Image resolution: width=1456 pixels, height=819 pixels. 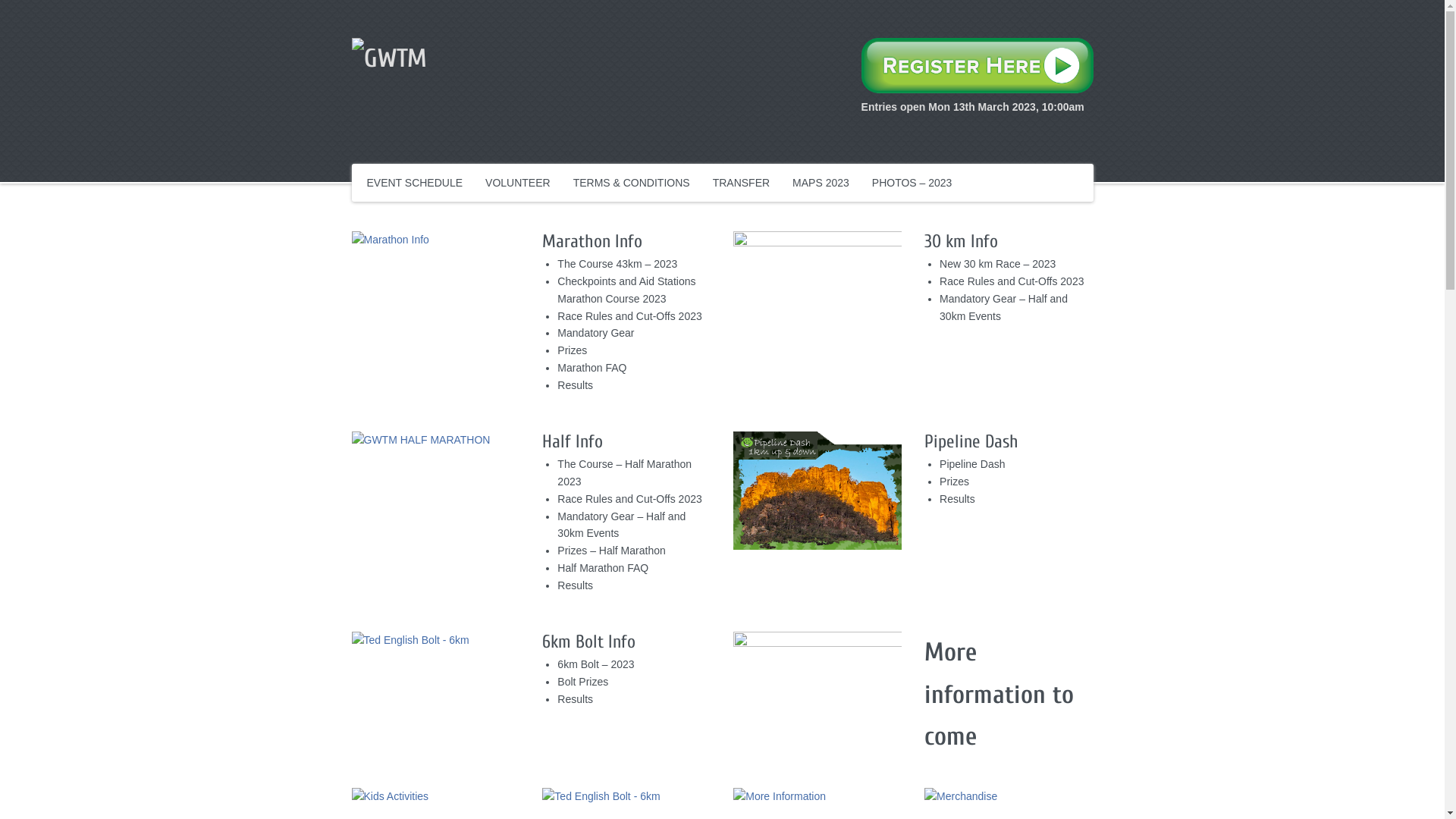 I want to click on 'Bolt Prizes', so click(x=556, y=680).